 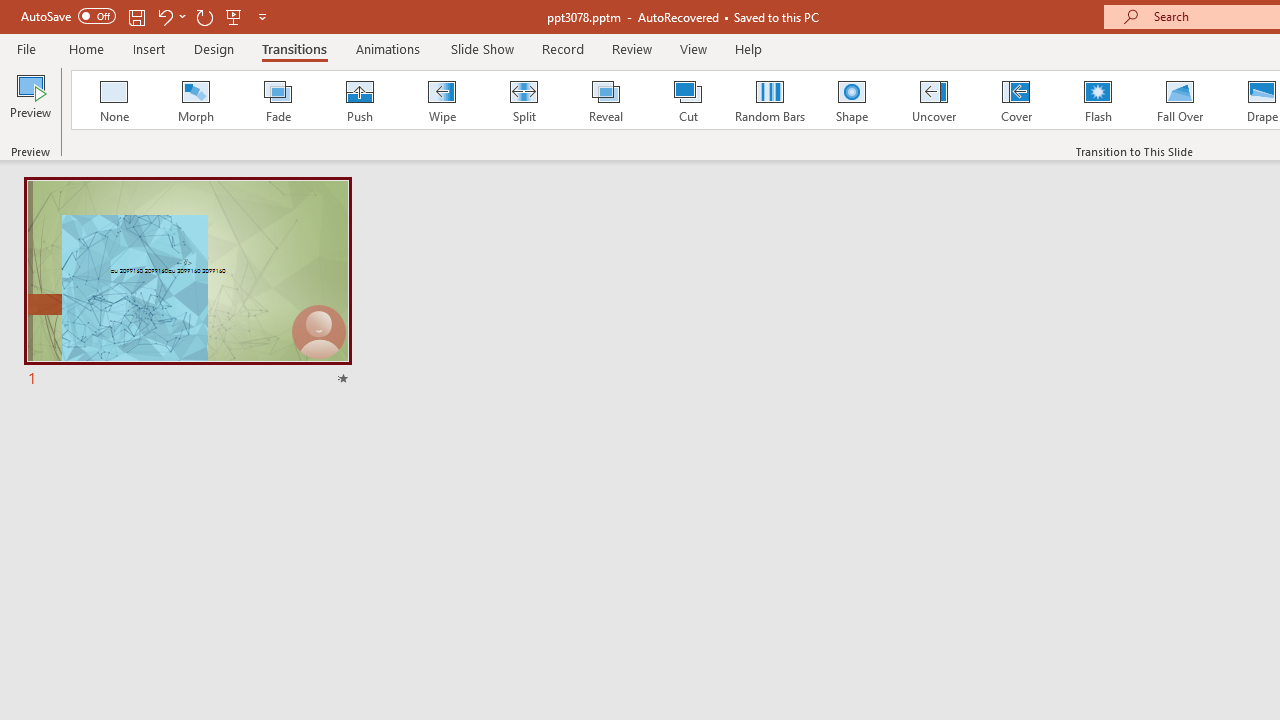 I want to click on 'Cover', so click(x=1016, y=100).